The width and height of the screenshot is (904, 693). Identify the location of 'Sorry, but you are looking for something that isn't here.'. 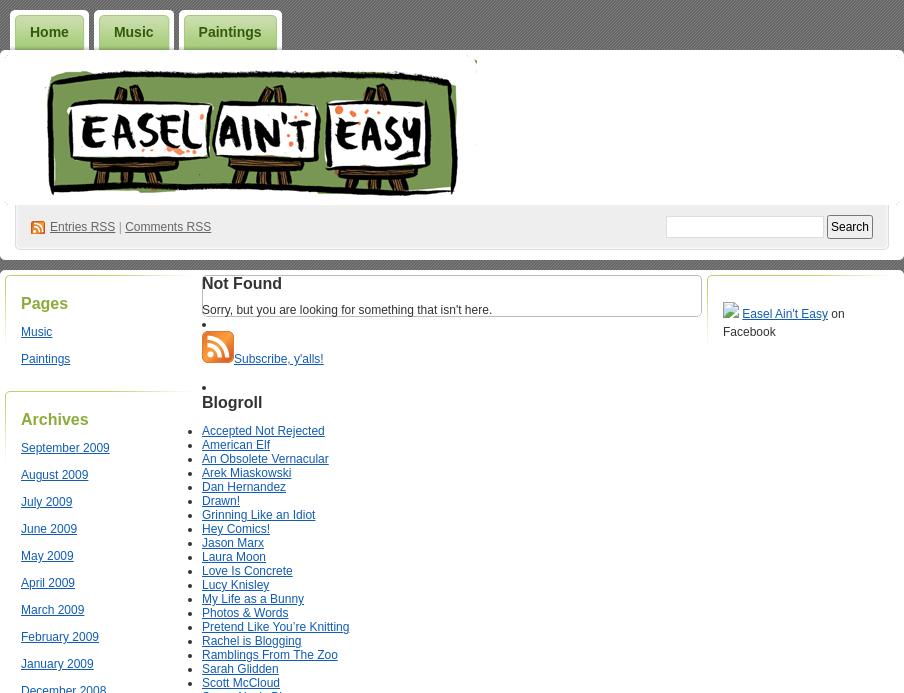
(345, 309).